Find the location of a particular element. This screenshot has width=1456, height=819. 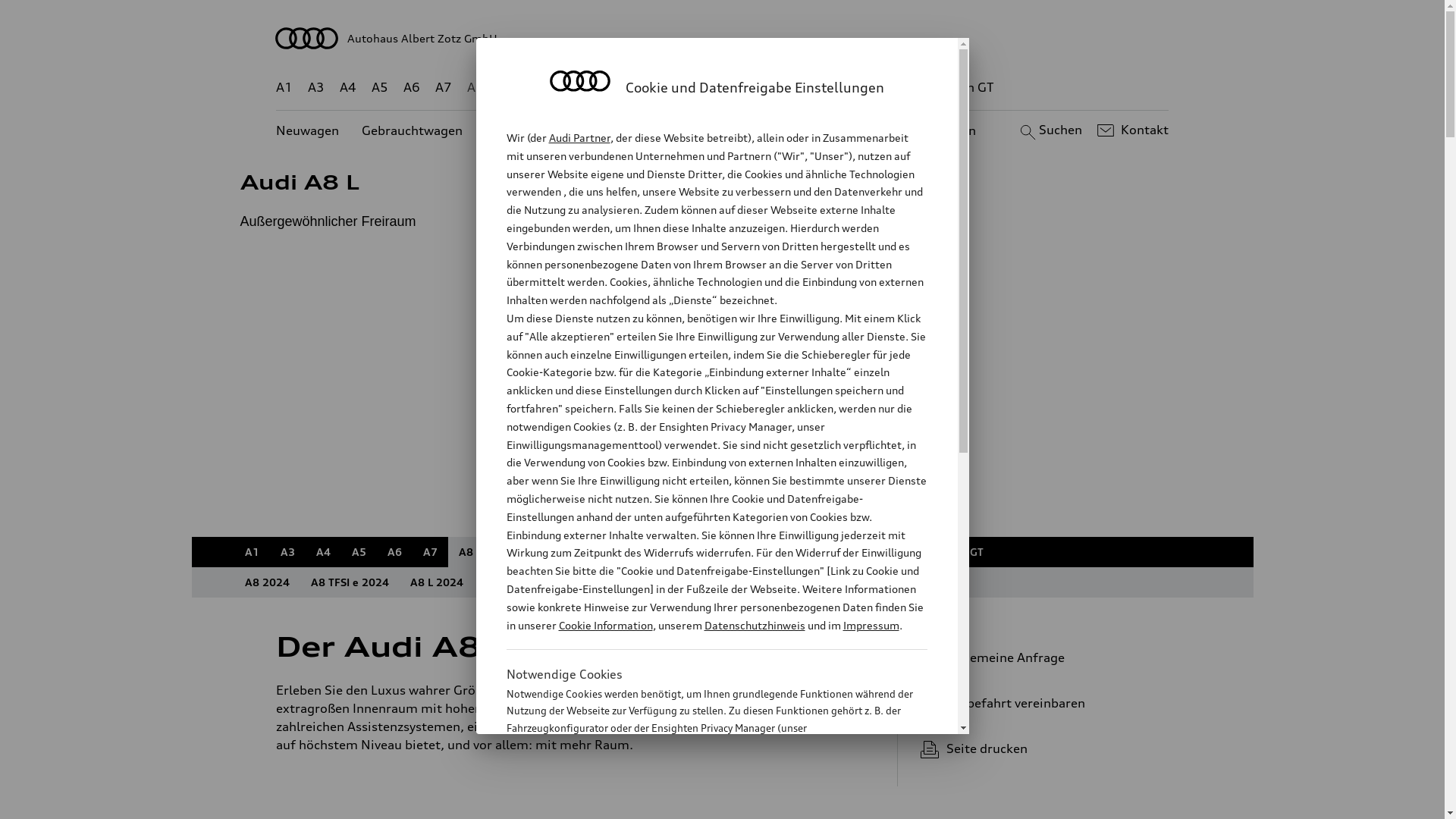

'Probefahrt vereinbaren' is located at coordinates (1037, 702).